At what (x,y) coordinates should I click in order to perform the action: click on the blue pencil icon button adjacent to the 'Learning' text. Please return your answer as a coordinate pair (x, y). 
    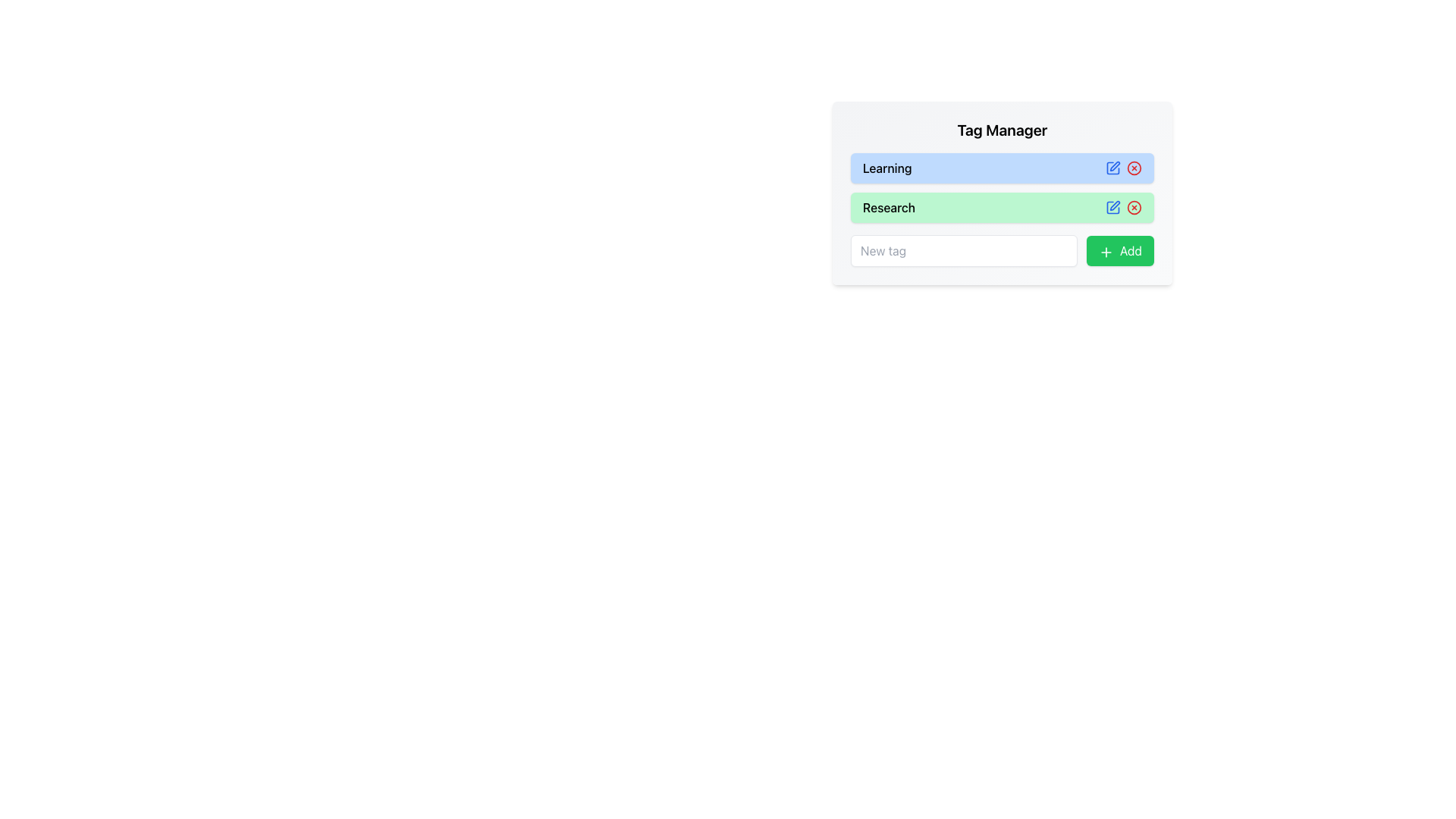
    Looking at the image, I should click on (1113, 168).